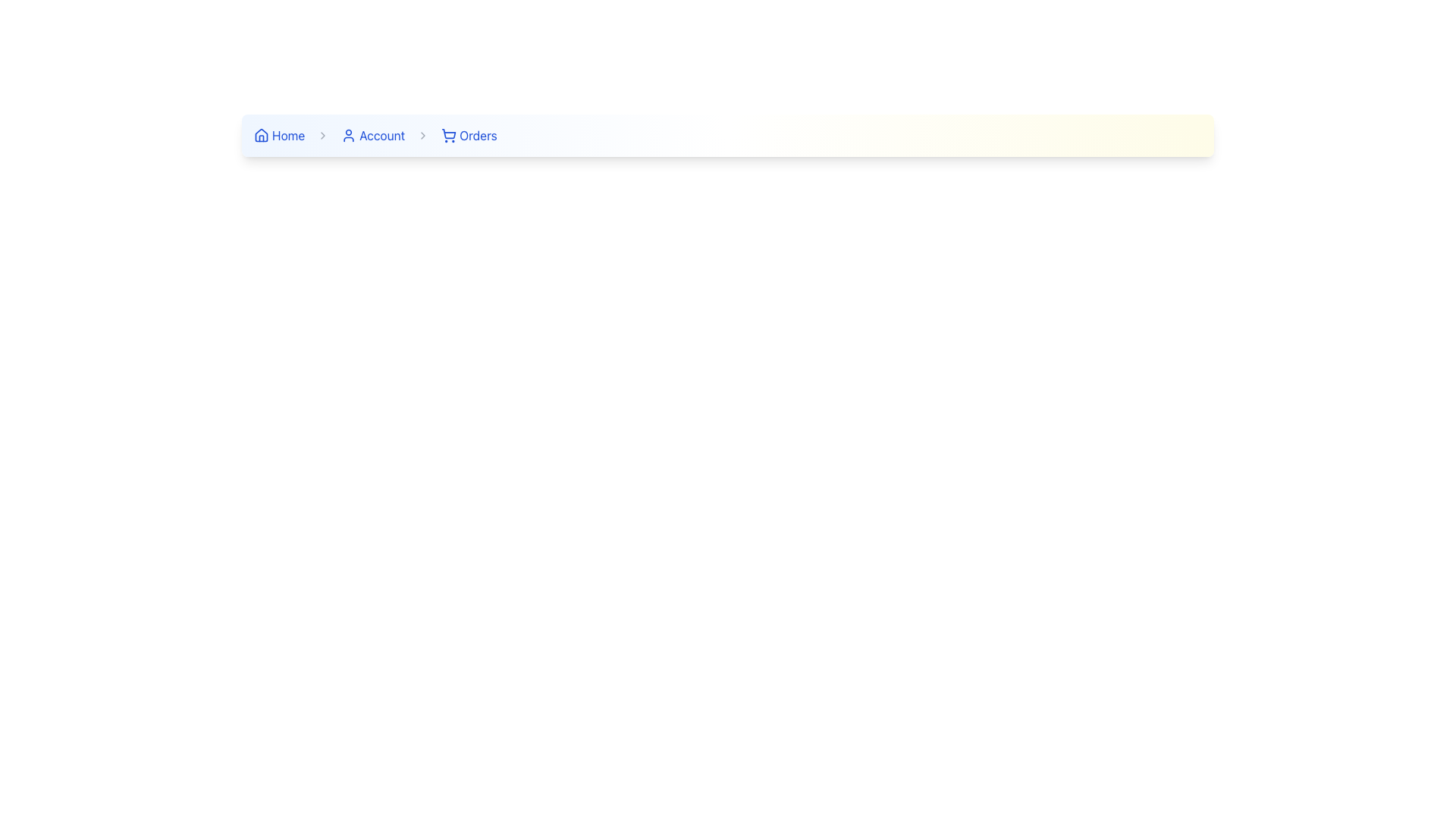 The width and height of the screenshot is (1456, 819). I want to click on on the 'Home' text label in the breadcrumb navigation bar, so click(288, 134).